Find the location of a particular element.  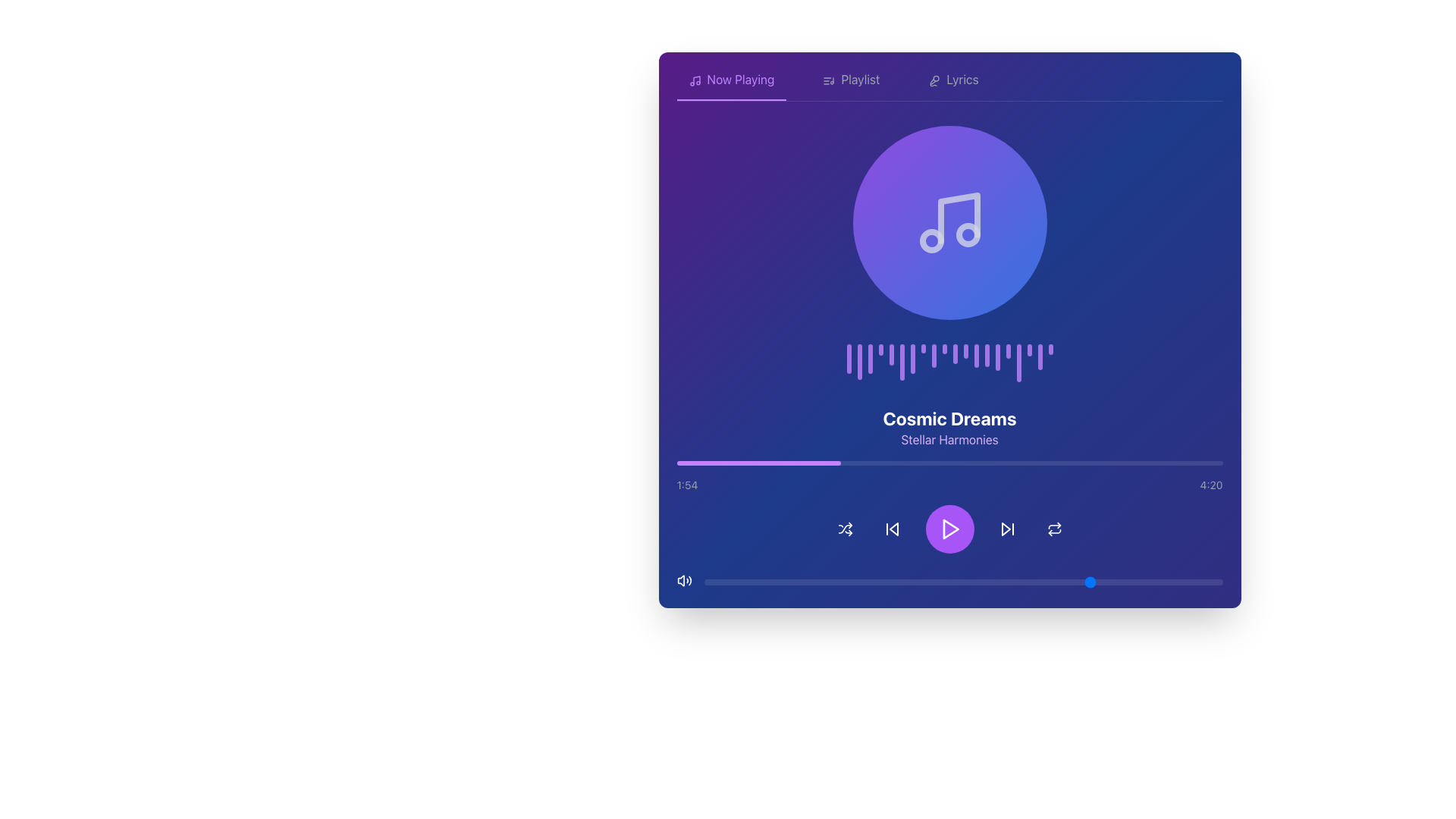

playback progress is located at coordinates (750, 462).